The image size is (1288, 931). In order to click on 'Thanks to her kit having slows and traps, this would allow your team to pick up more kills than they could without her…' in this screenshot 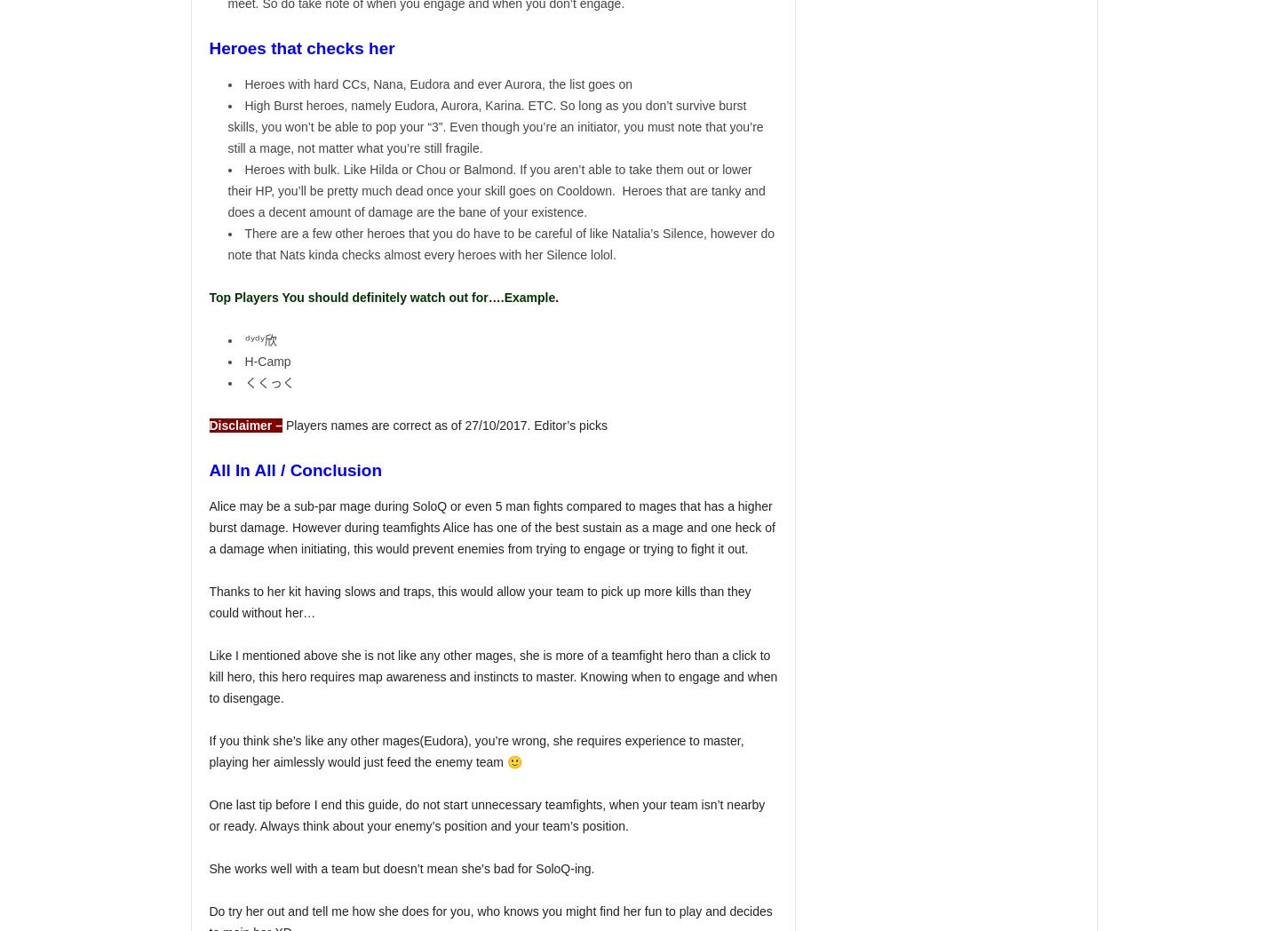, I will do `click(479, 601)`.